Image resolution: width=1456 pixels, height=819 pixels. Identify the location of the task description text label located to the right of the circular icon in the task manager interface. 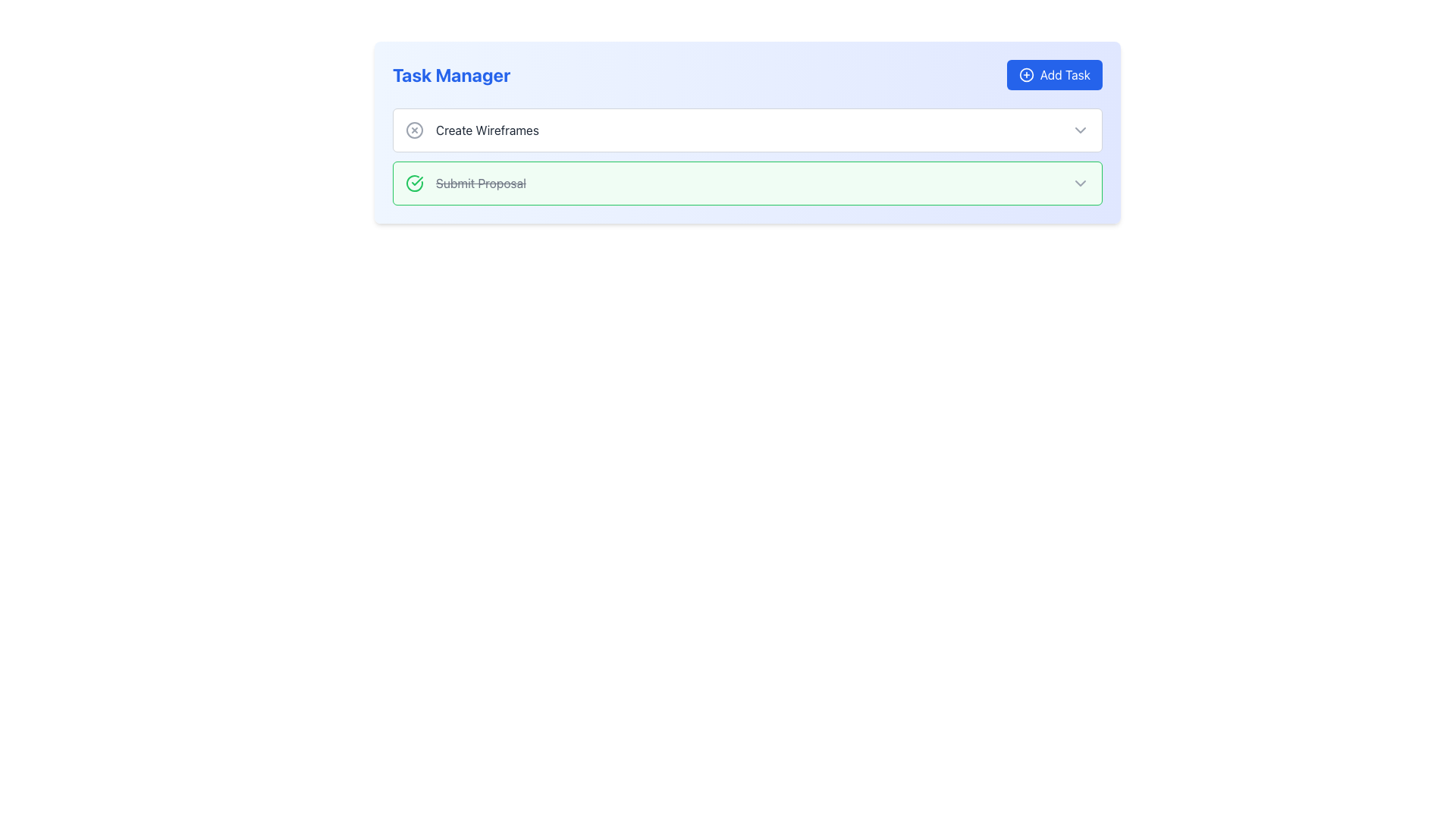
(488, 130).